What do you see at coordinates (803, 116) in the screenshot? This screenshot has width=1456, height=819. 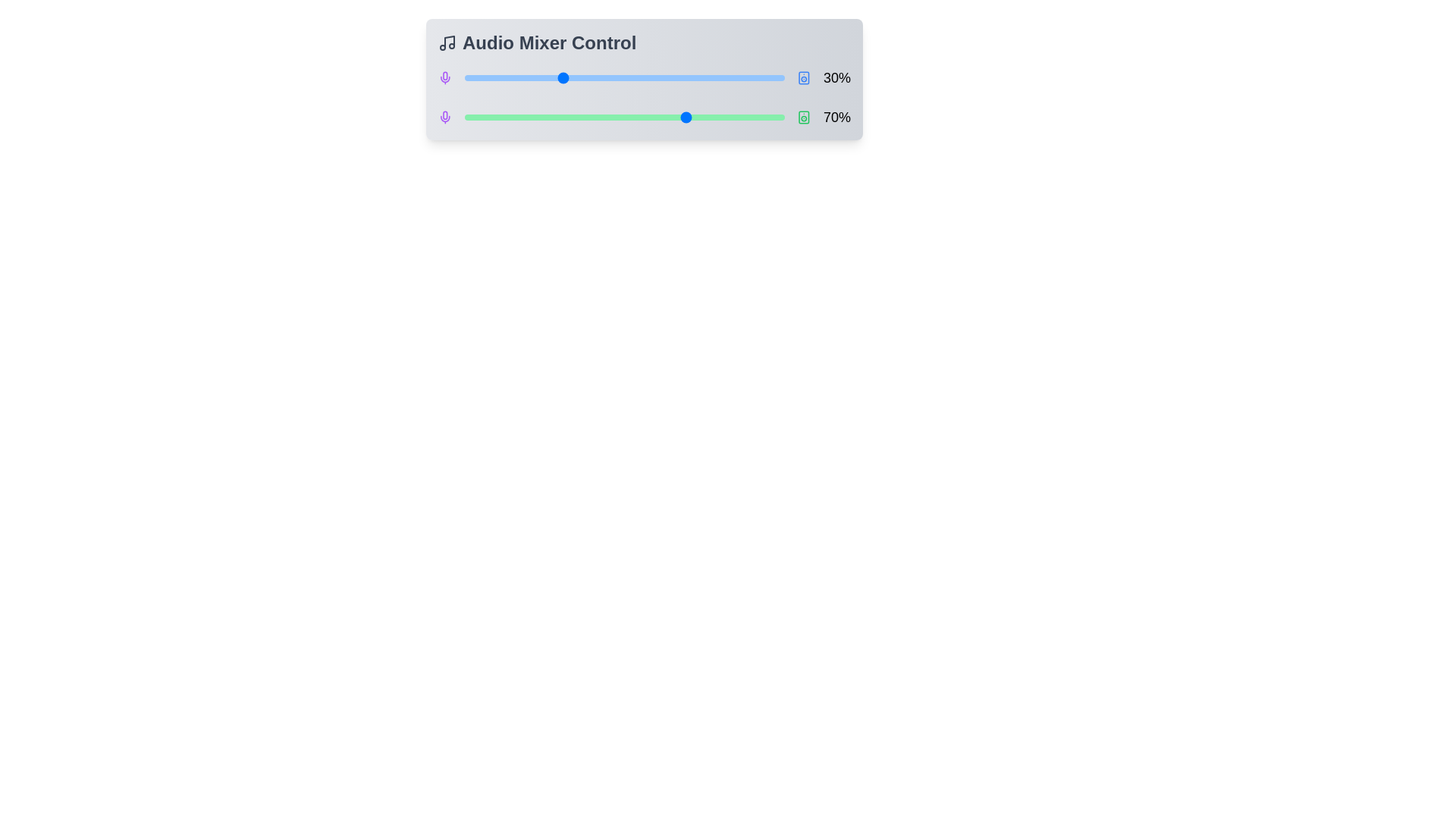 I see `the audio control icon, styled as a speaker, located to the immediate right of the number '70%' in the second horizontal row` at bounding box center [803, 116].